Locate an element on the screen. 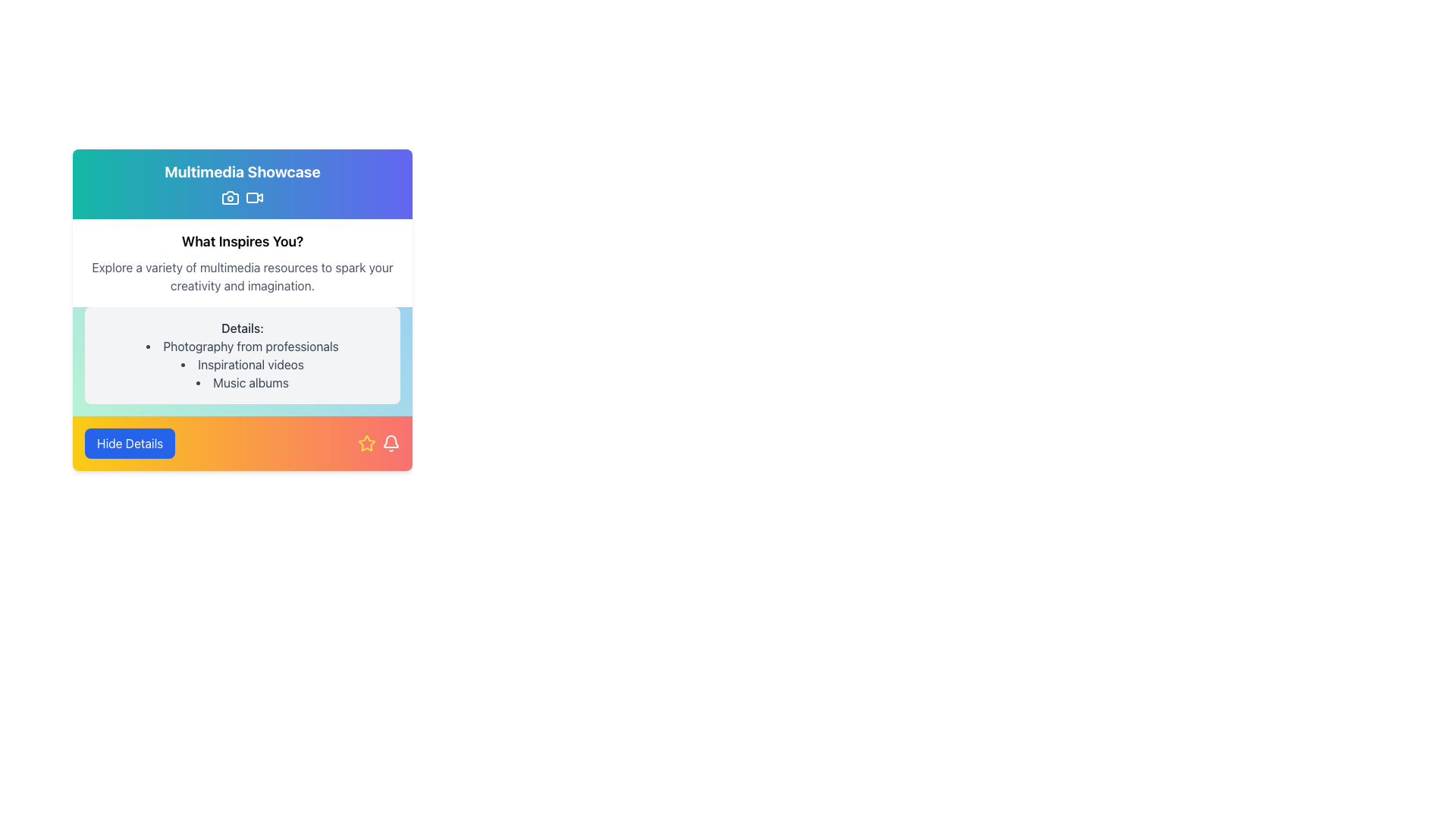  the static unordered list located in the light-gray section labeled 'Details:' on the content card, positioned below the heading text block and above the buttons is located at coordinates (243, 365).